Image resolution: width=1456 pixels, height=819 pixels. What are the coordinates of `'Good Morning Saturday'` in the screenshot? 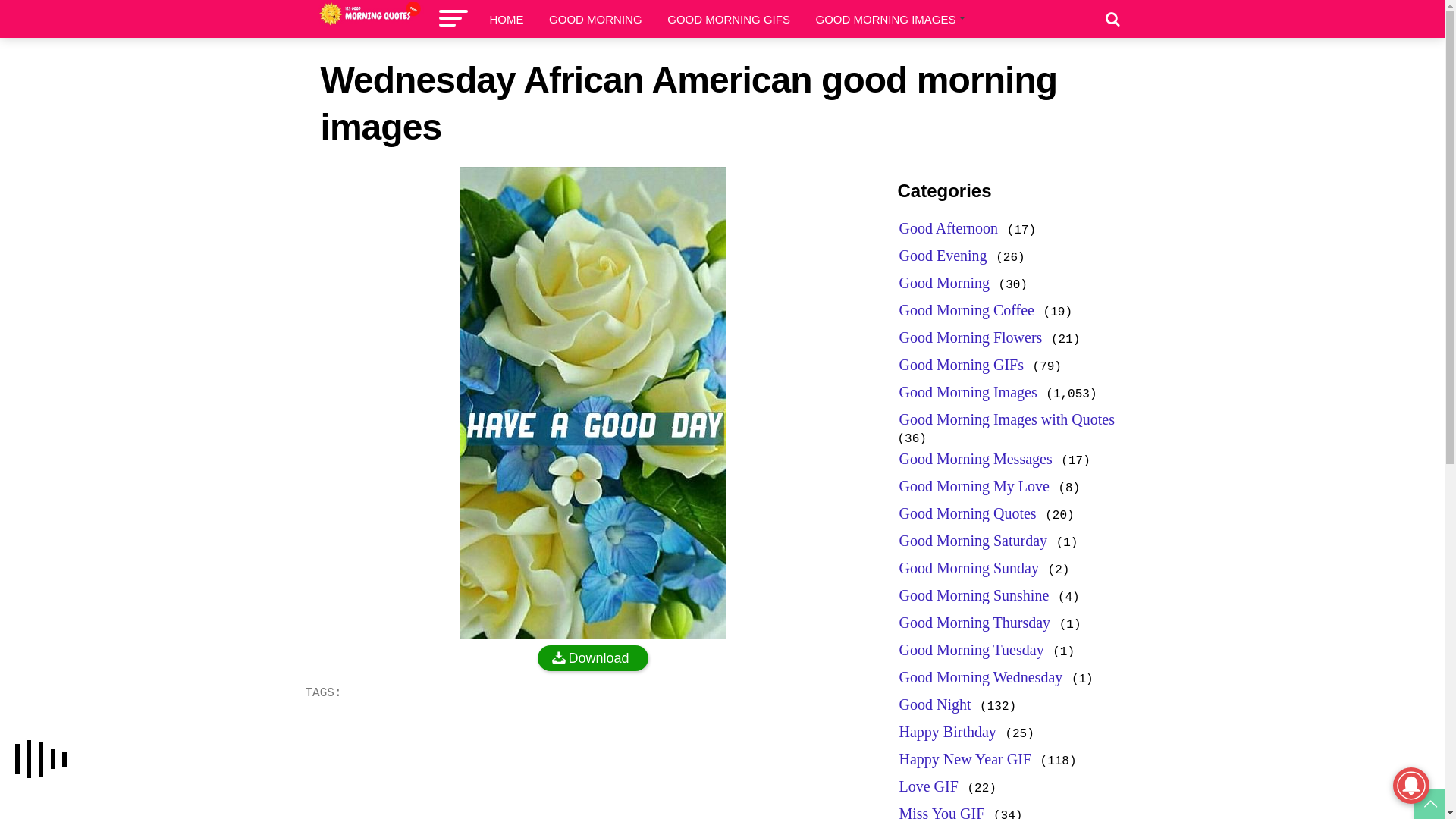 It's located at (973, 540).